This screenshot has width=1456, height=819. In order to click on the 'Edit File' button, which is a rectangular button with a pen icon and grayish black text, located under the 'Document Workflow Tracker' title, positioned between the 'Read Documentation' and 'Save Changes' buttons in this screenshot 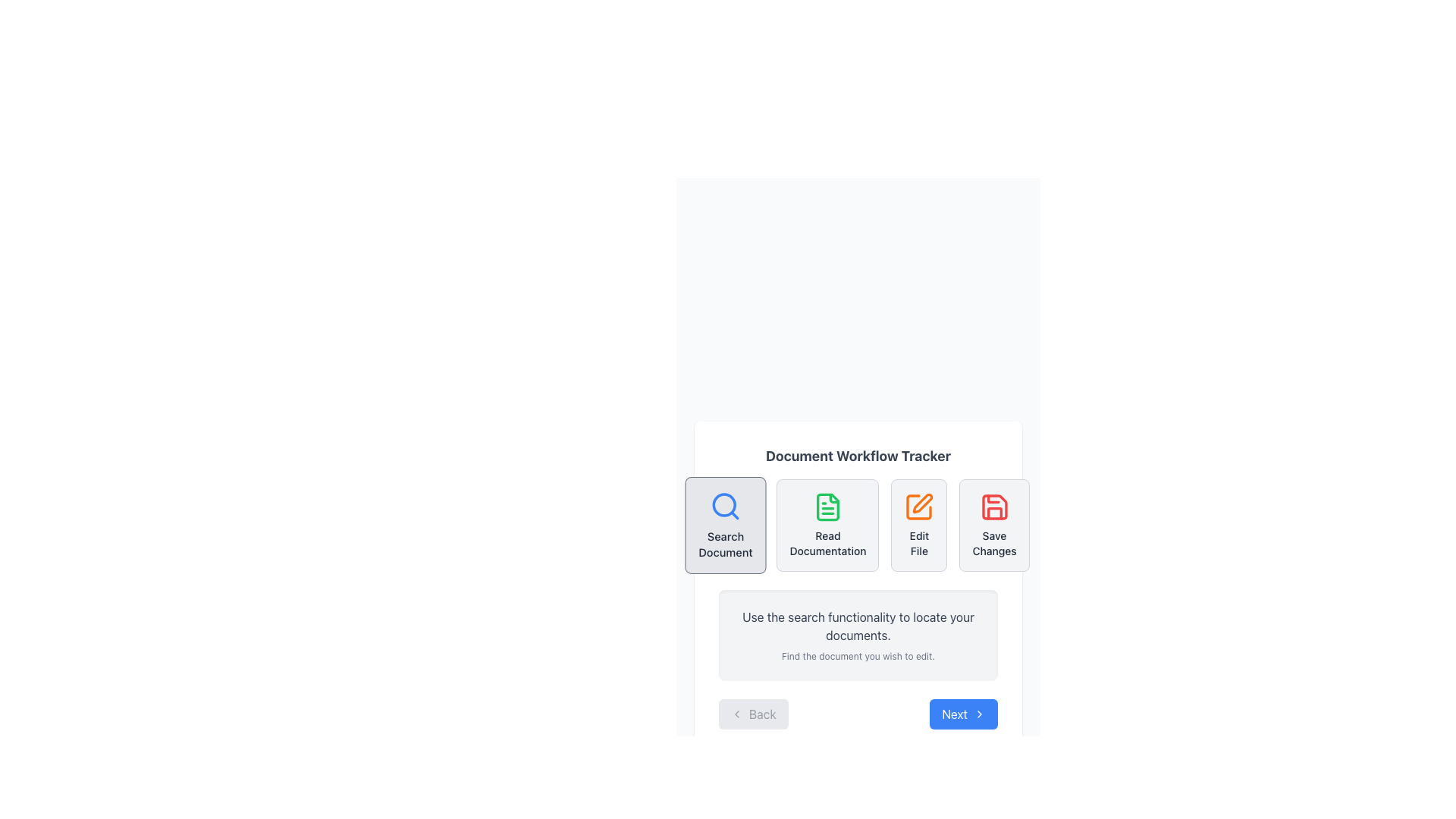, I will do `click(918, 525)`.